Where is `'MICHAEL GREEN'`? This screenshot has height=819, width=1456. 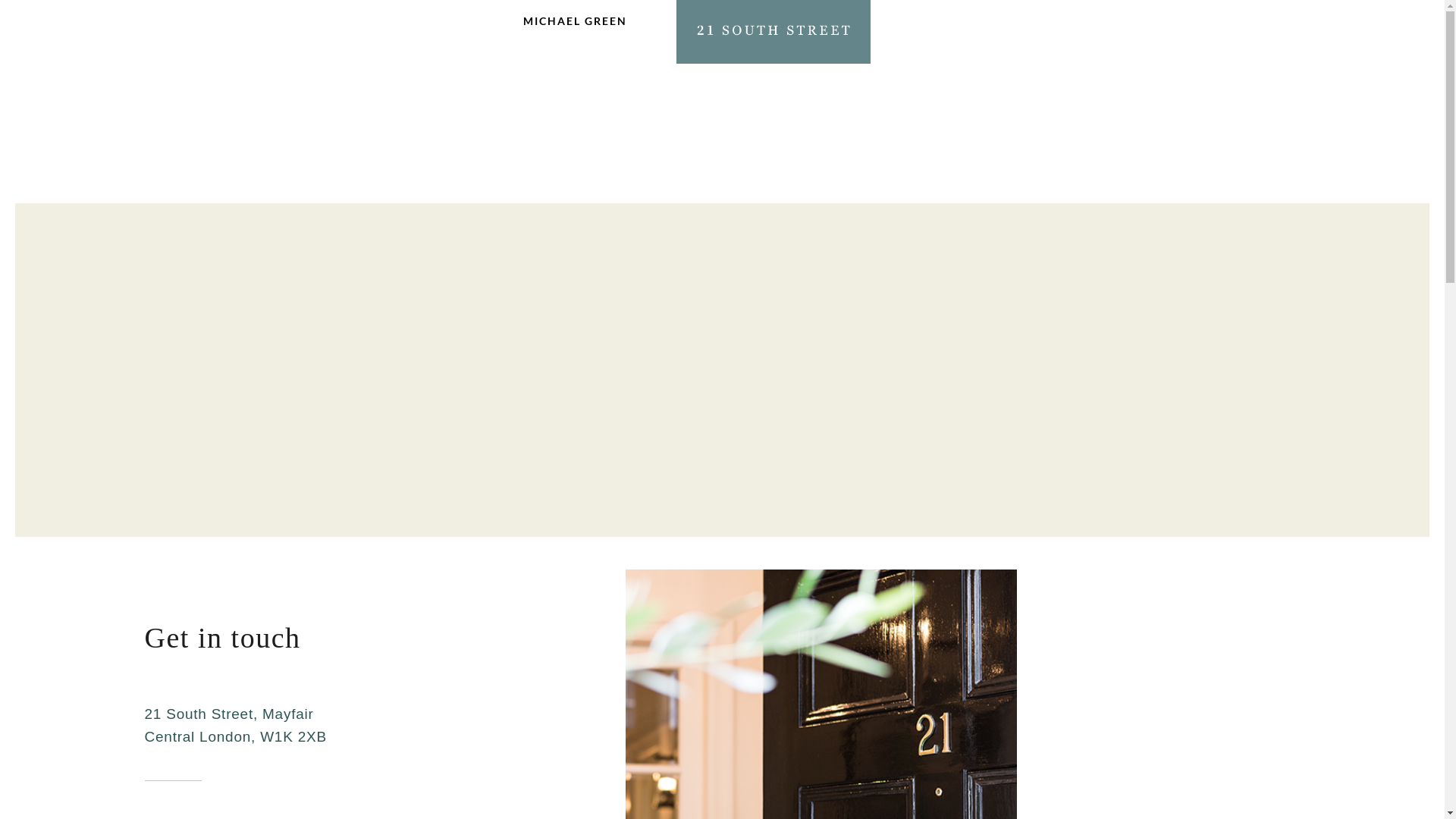 'MICHAEL GREEN' is located at coordinates (523, 29).